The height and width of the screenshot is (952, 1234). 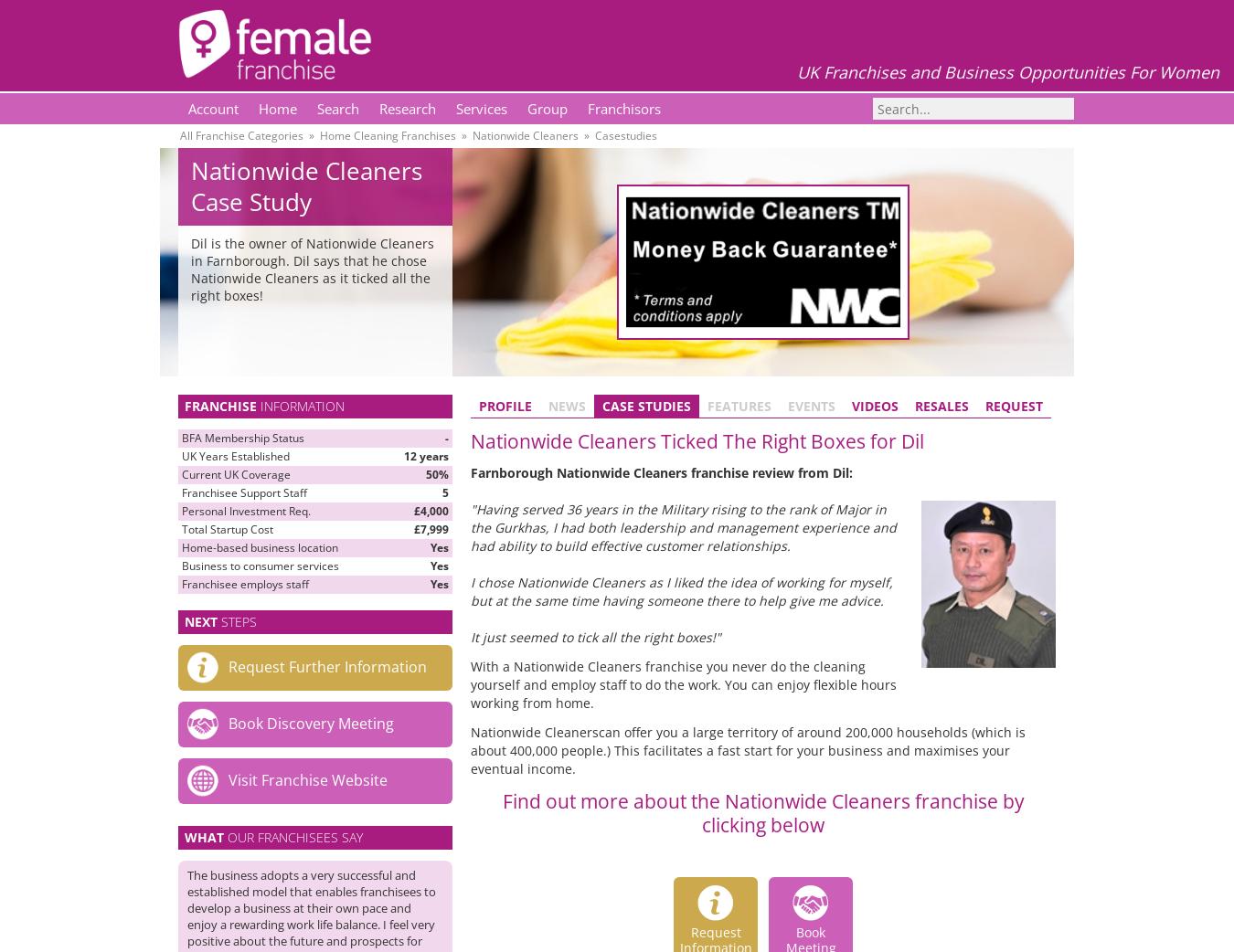 What do you see at coordinates (481, 108) in the screenshot?
I see `'Services'` at bounding box center [481, 108].